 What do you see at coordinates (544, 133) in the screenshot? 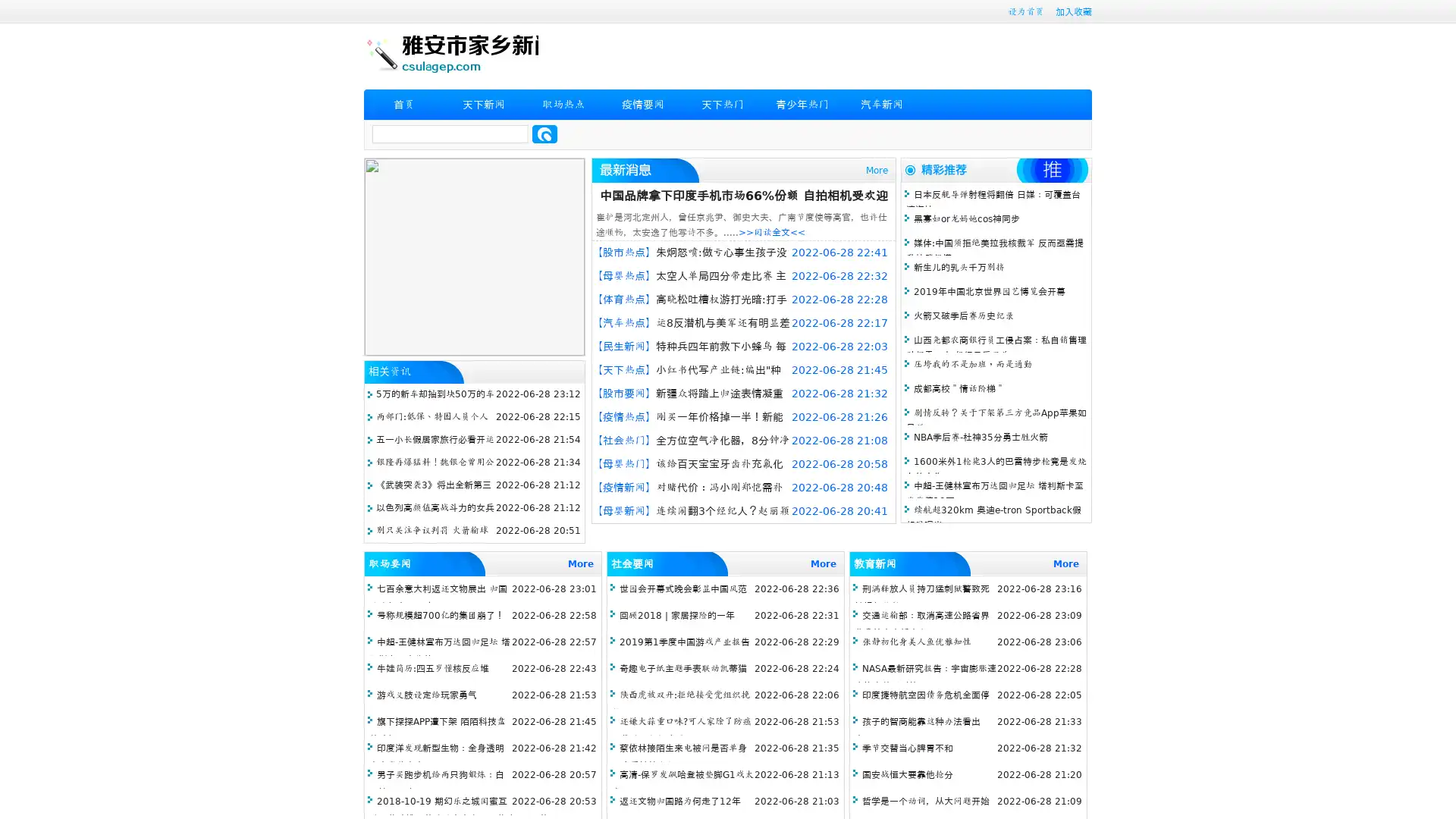
I see `Search` at bounding box center [544, 133].